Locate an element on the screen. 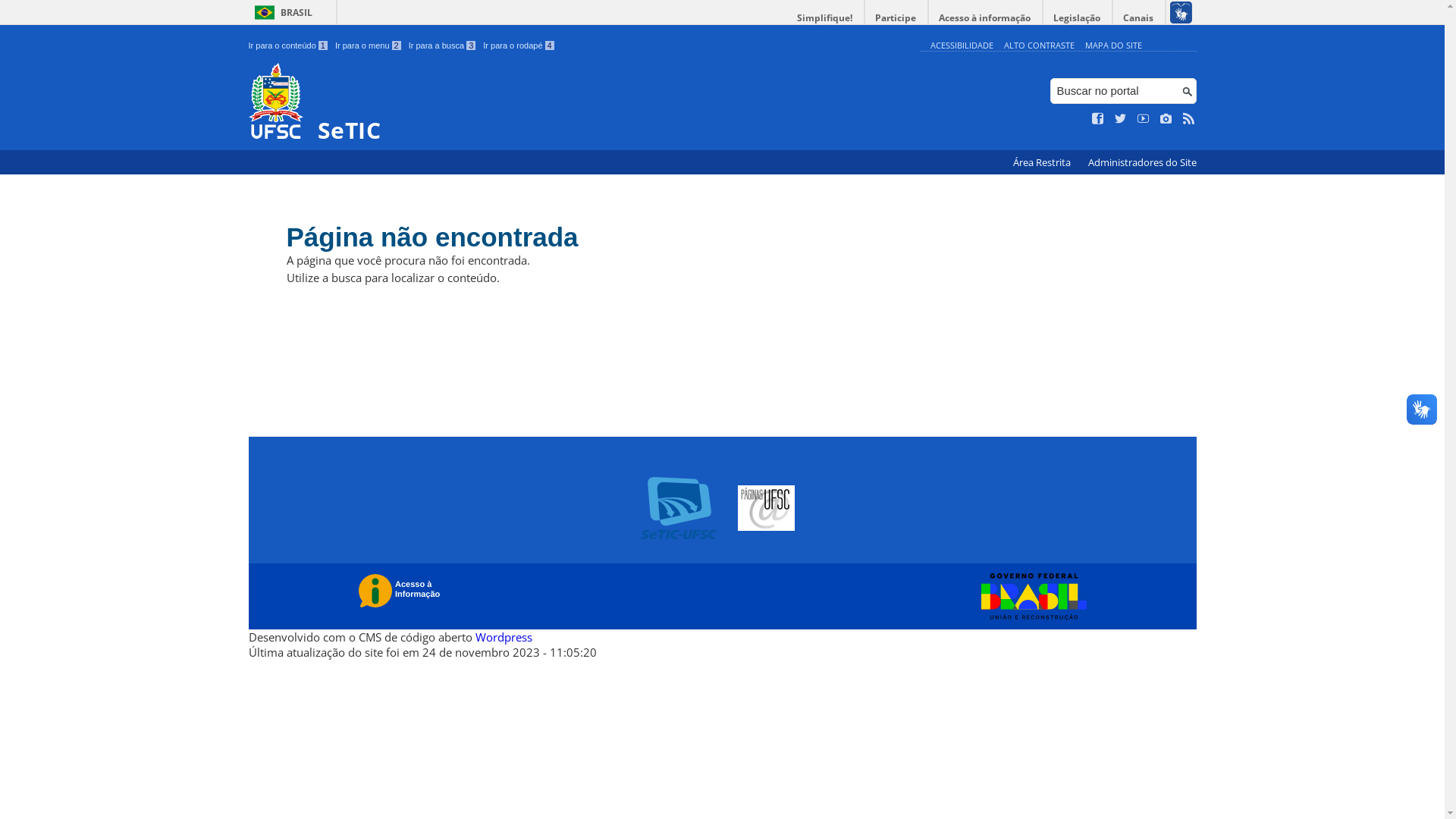 The height and width of the screenshot is (819, 1456). 'Governo Federal' is located at coordinates (973, 595).